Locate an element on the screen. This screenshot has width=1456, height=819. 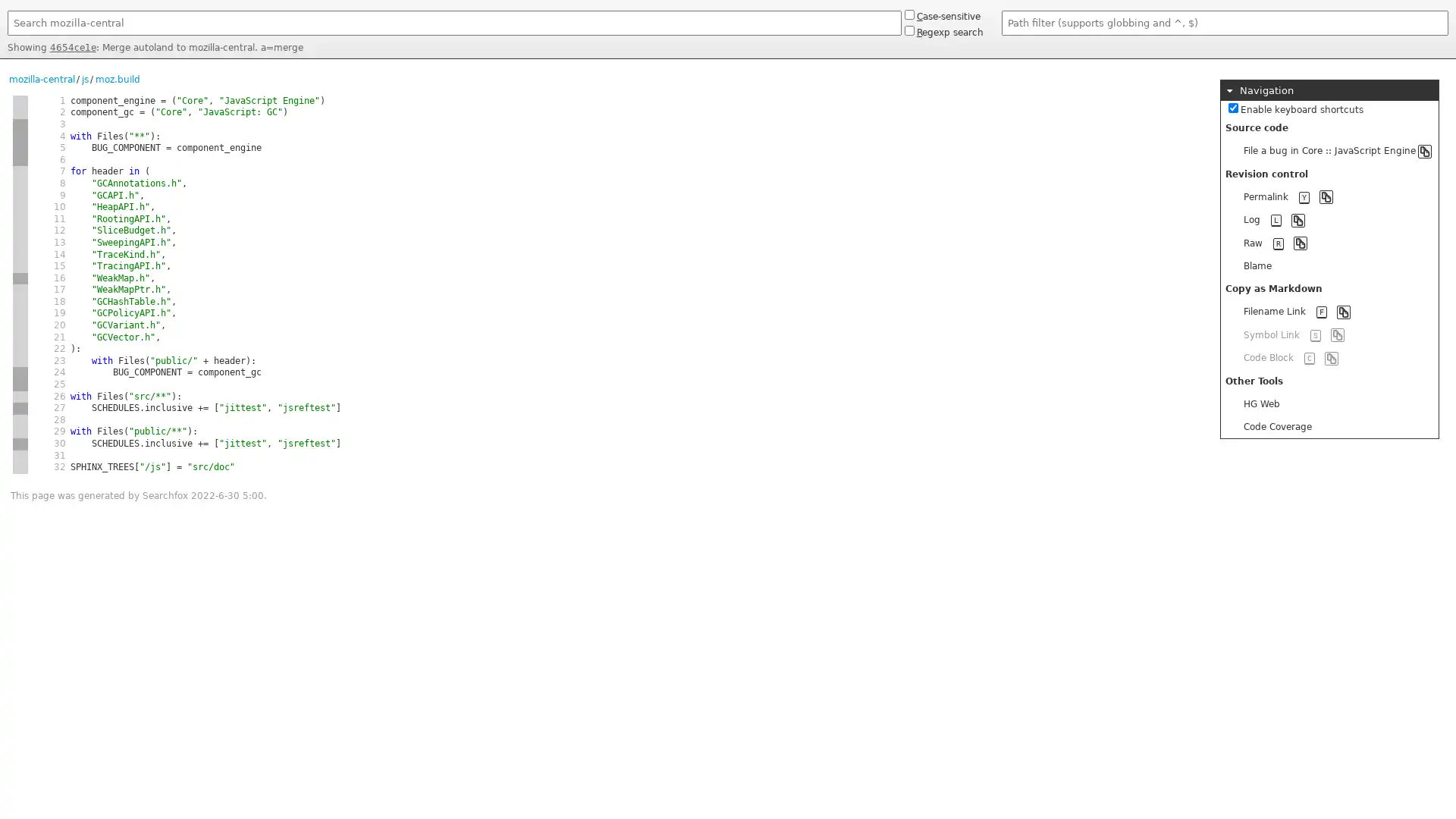
same hash 1 is located at coordinates (20, 253).